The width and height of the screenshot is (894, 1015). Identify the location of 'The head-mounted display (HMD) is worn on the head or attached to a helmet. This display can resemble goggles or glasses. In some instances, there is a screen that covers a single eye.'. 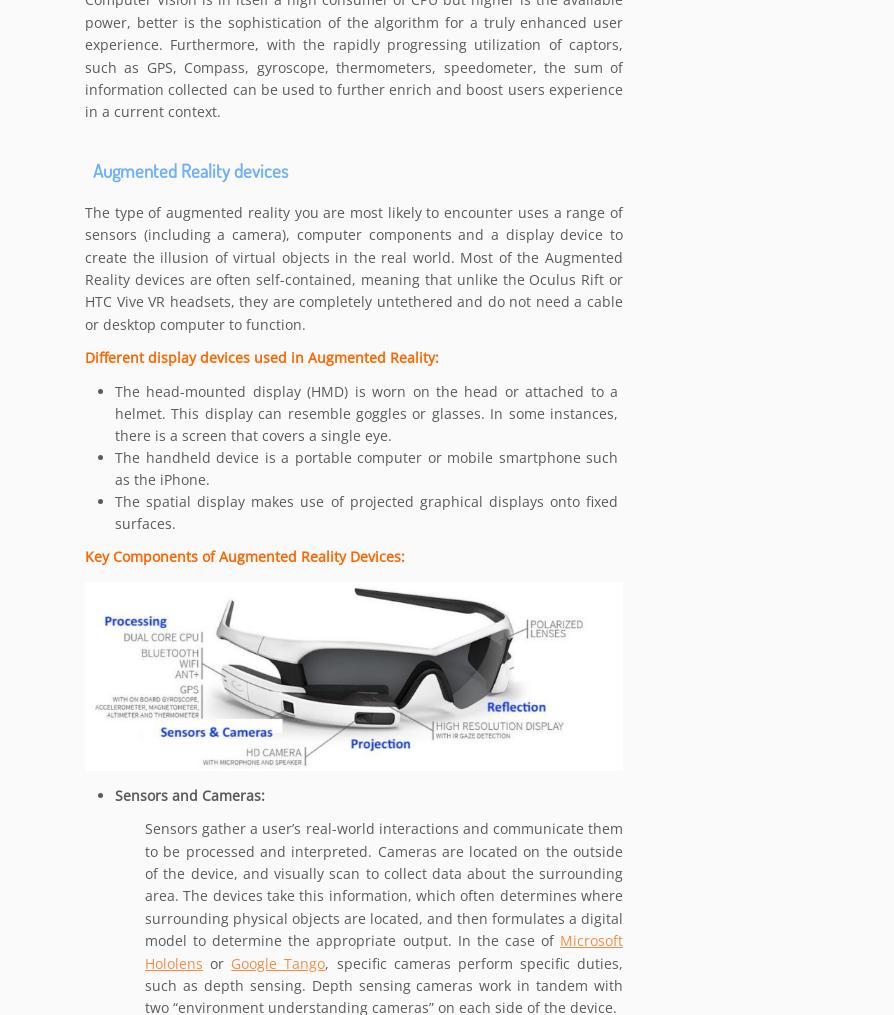
(365, 414).